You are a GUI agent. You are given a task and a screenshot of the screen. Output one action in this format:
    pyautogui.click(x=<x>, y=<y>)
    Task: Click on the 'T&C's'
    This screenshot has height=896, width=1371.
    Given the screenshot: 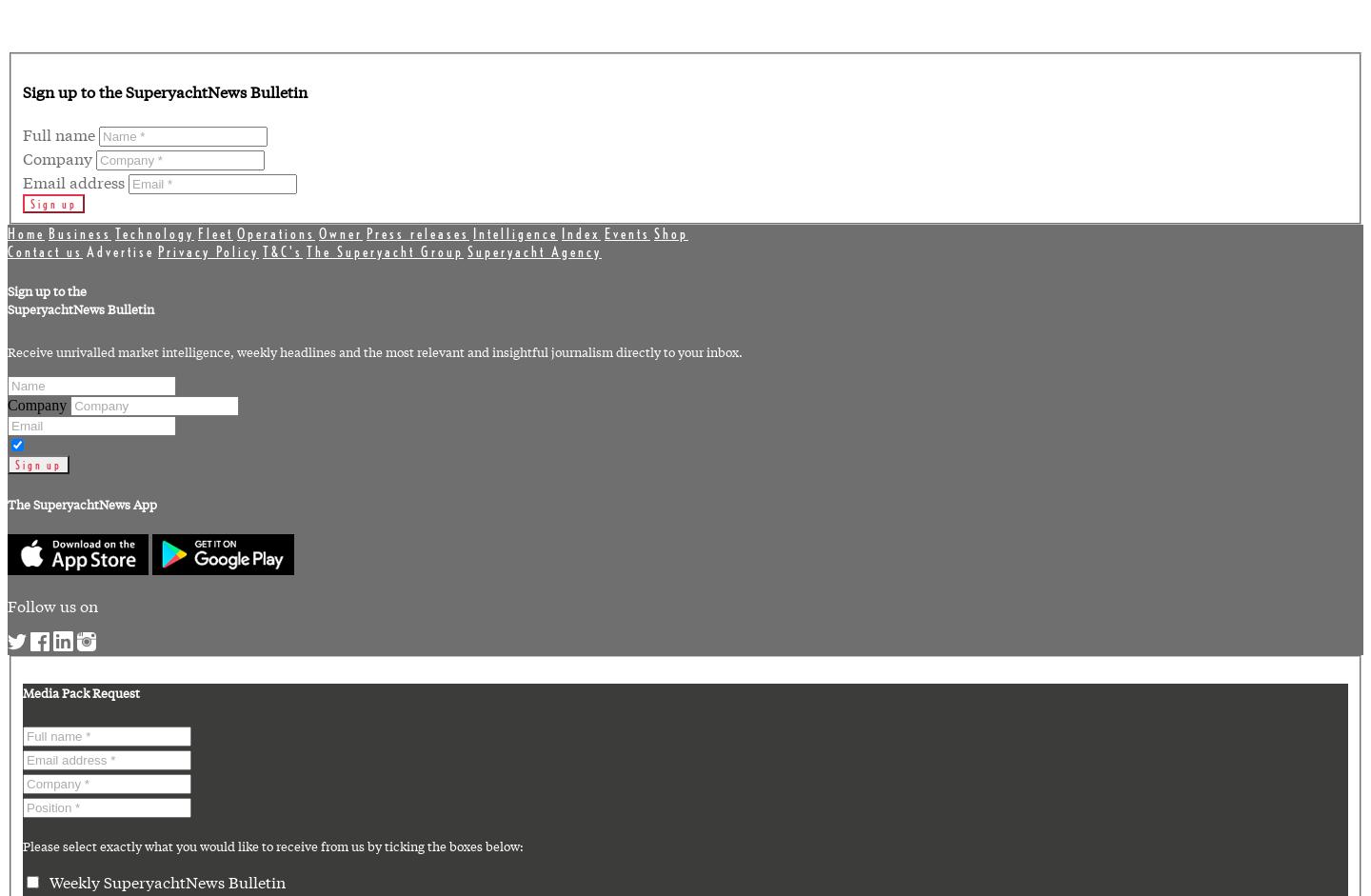 What is the action you would take?
    pyautogui.click(x=281, y=250)
    